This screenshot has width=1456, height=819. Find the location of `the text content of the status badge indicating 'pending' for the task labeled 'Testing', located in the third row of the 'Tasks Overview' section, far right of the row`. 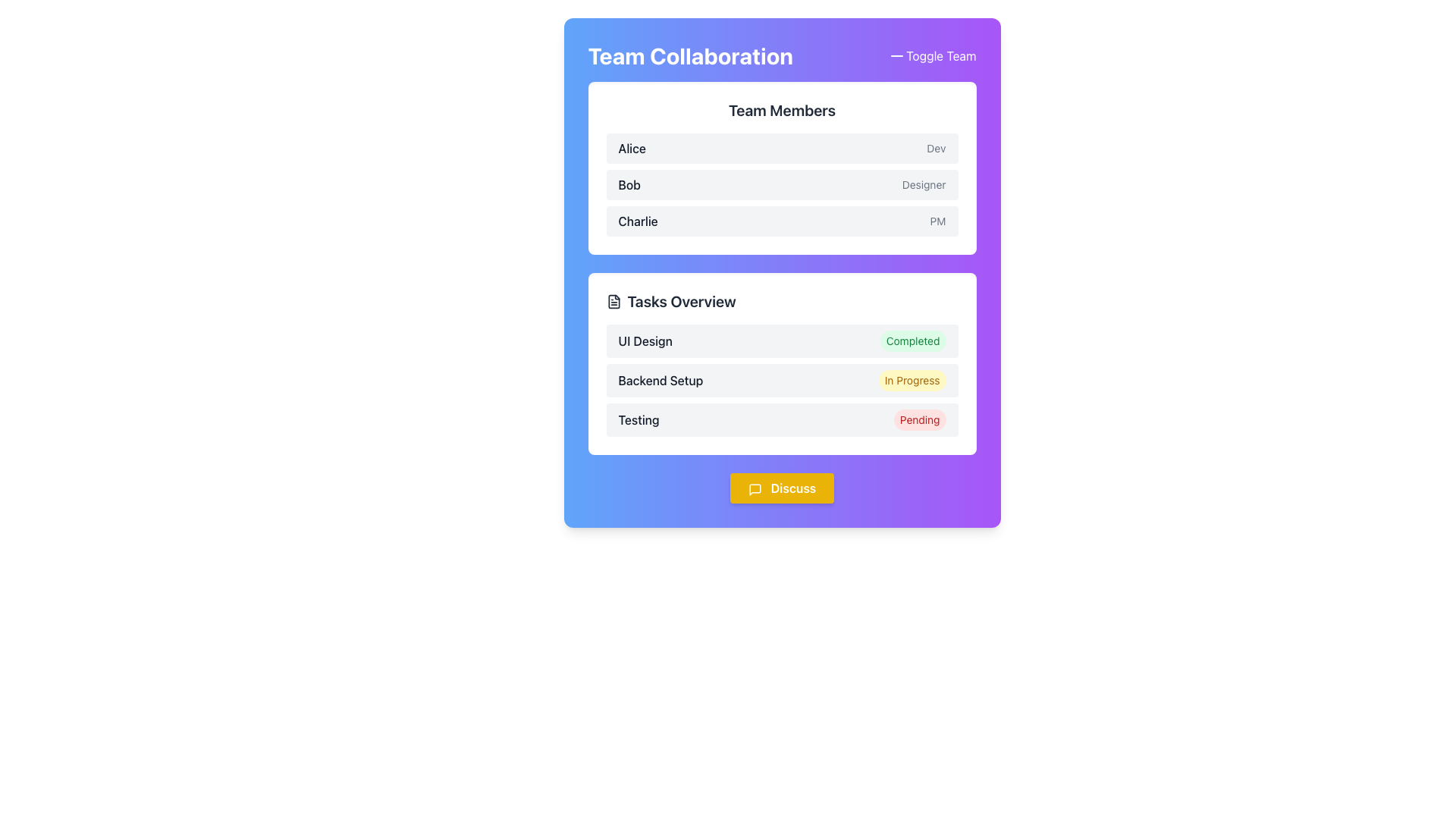

the text content of the status badge indicating 'pending' for the task labeled 'Testing', located in the third row of the 'Tasks Overview' section, far right of the row is located at coordinates (919, 420).